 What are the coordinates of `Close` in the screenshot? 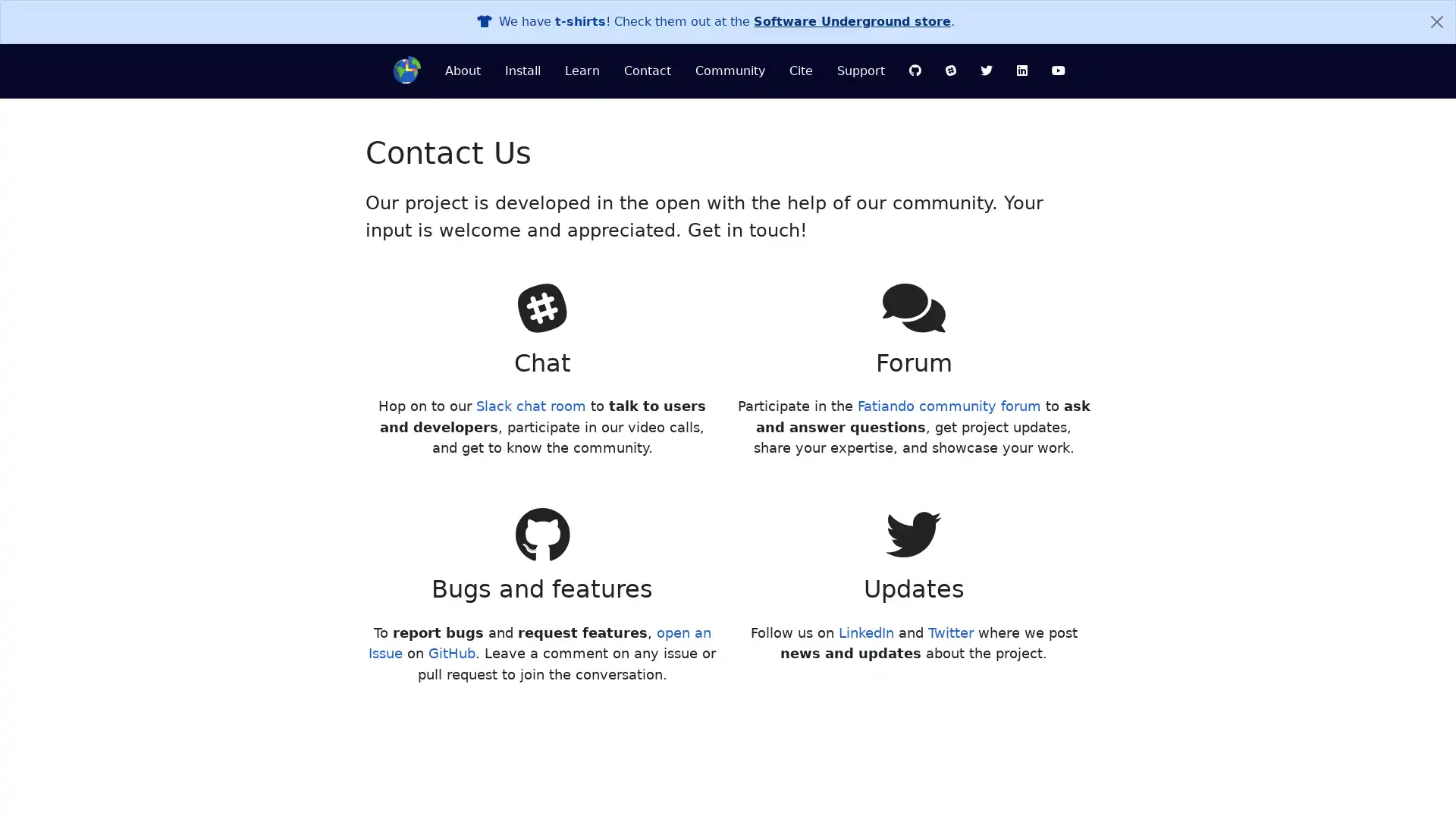 It's located at (1436, 22).